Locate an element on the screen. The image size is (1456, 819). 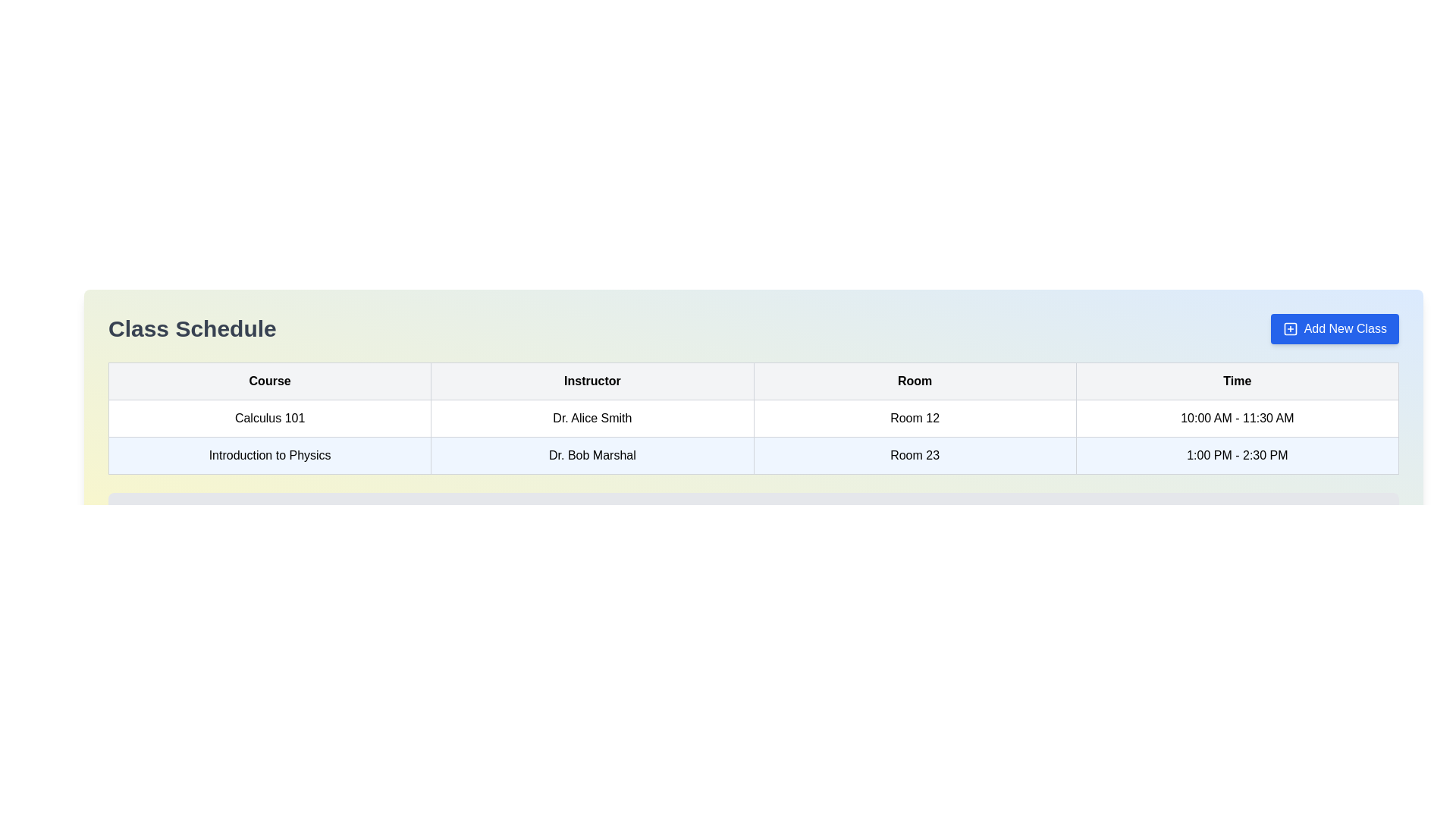
the third table header cell located between 'Instructor' and 'Time', which serves as a column header for room assignments is located at coordinates (914, 380).